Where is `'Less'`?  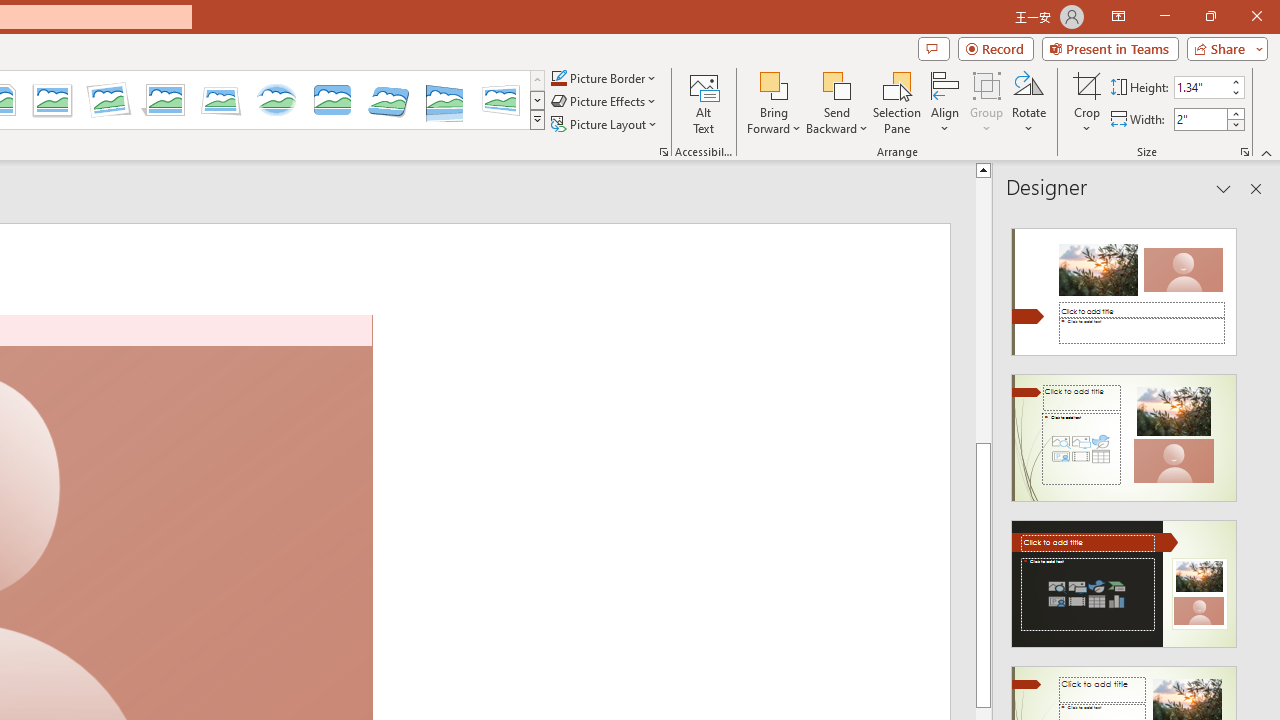 'Less' is located at coordinates (1234, 124).